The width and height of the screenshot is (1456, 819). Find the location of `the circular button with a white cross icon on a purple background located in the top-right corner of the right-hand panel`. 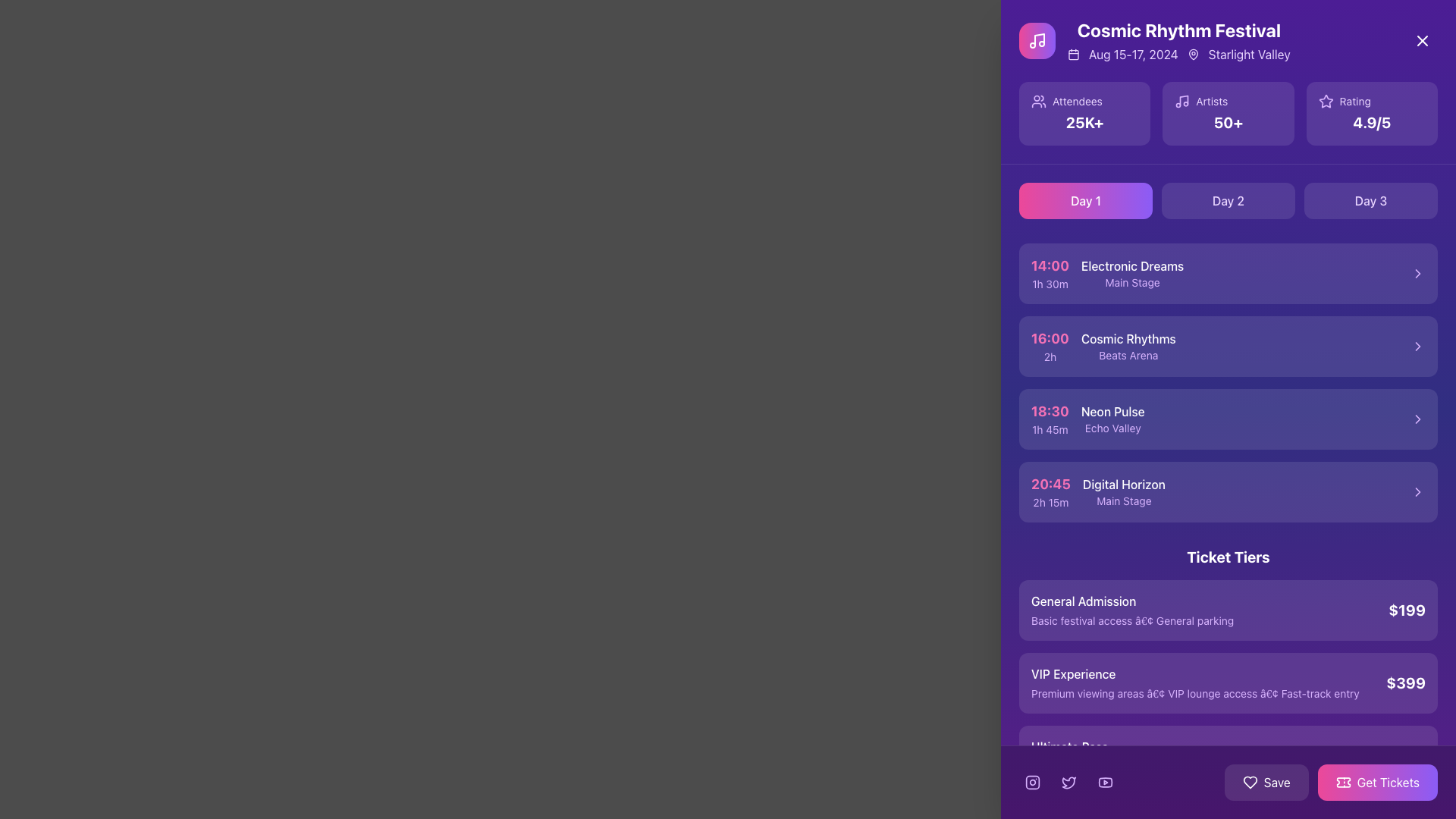

the circular button with a white cross icon on a purple background located in the top-right corner of the right-hand panel is located at coordinates (1422, 40).